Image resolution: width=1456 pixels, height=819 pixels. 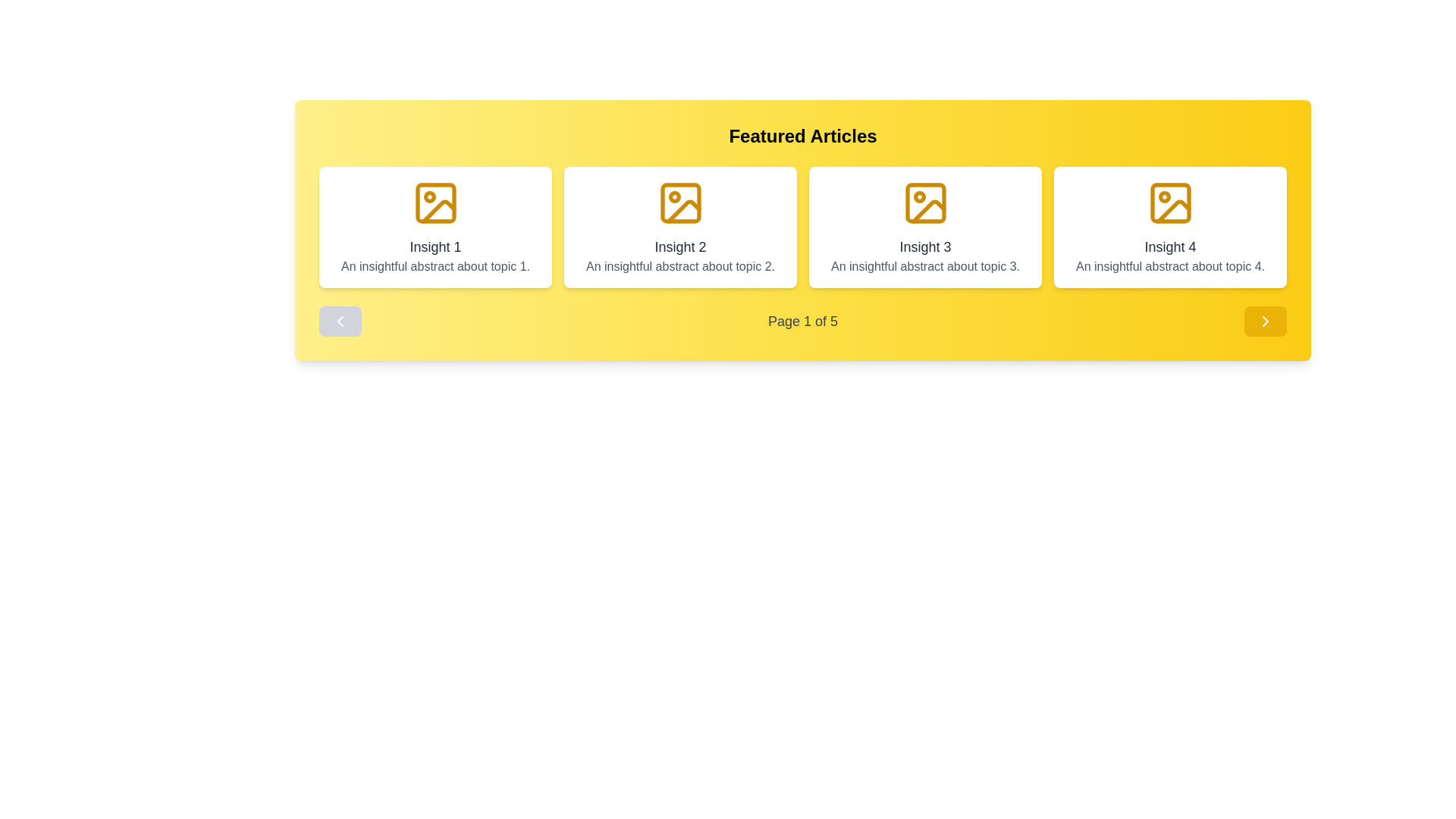 I want to click on text block containing the message 'An insightful abstract about topic 4.' which is styled in gray and center-aligned within the fourth content box below the title 'Insight 4', so click(x=1169, y=265).